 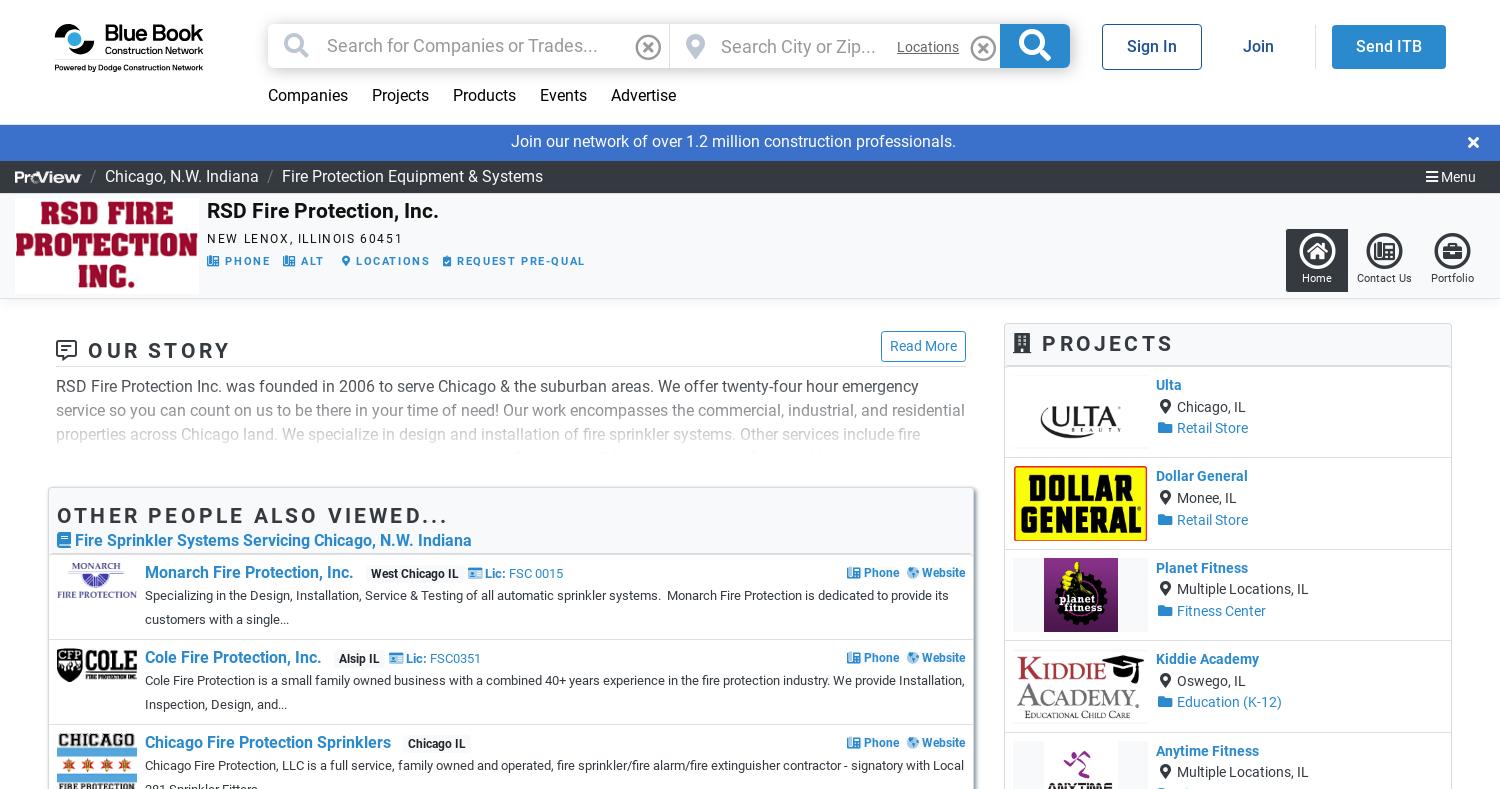 What do you see at coordinates (414, 573) in the screenshot?
I see `'West Chicago IL'` at bounding box center [414, 573].